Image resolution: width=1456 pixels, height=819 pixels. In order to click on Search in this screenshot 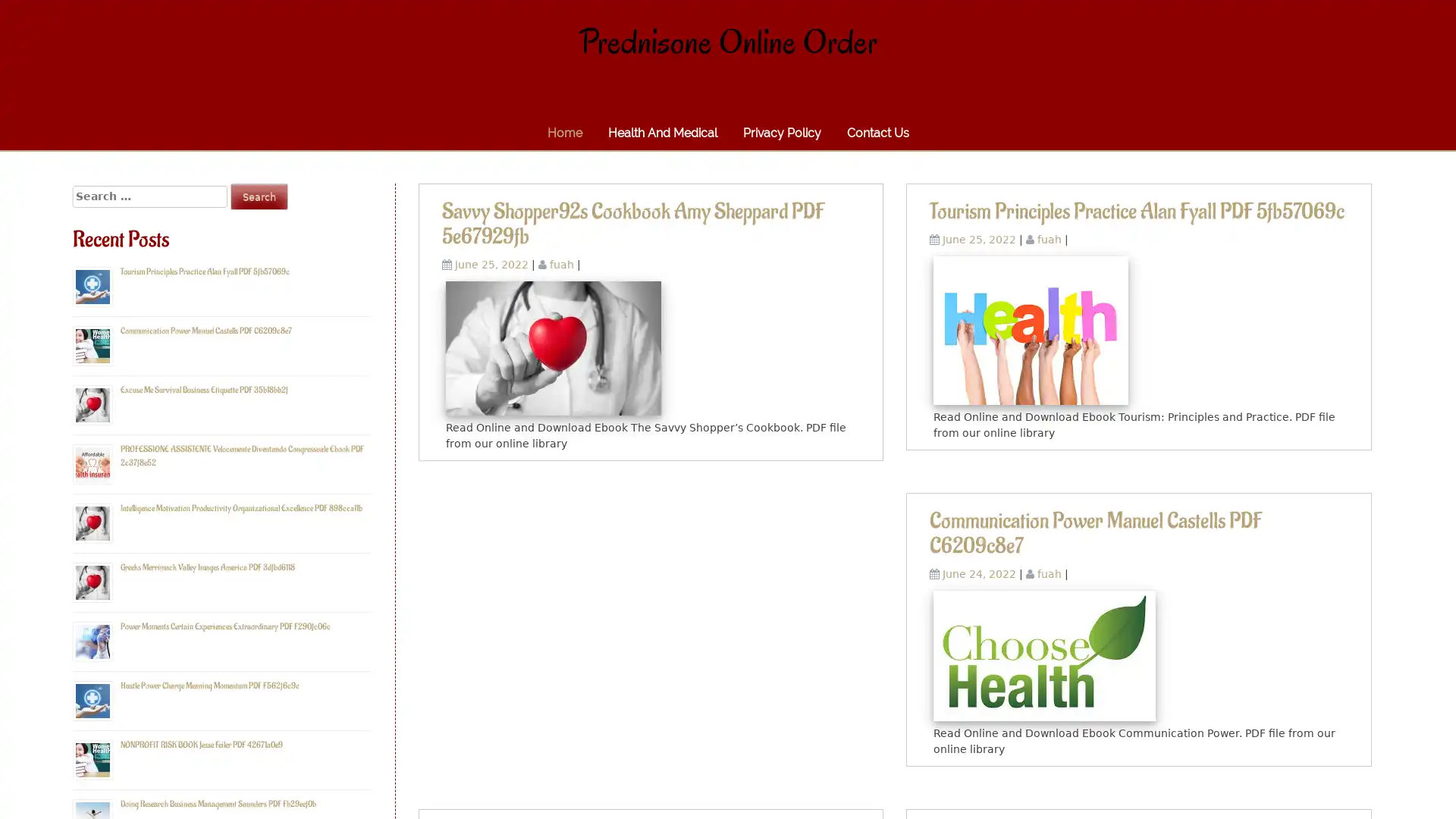, I will do `click(259, 196)`.